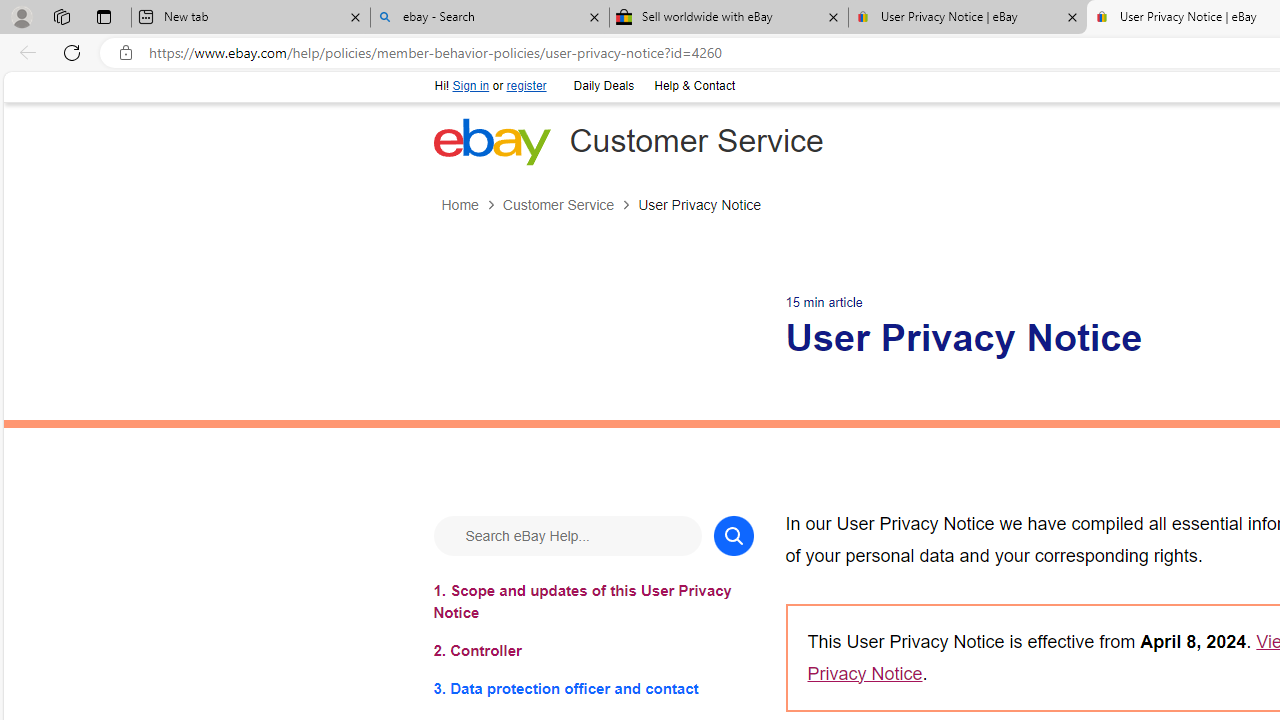  I want to click on 'Sell worldwide with eBay', so click(728, 17).